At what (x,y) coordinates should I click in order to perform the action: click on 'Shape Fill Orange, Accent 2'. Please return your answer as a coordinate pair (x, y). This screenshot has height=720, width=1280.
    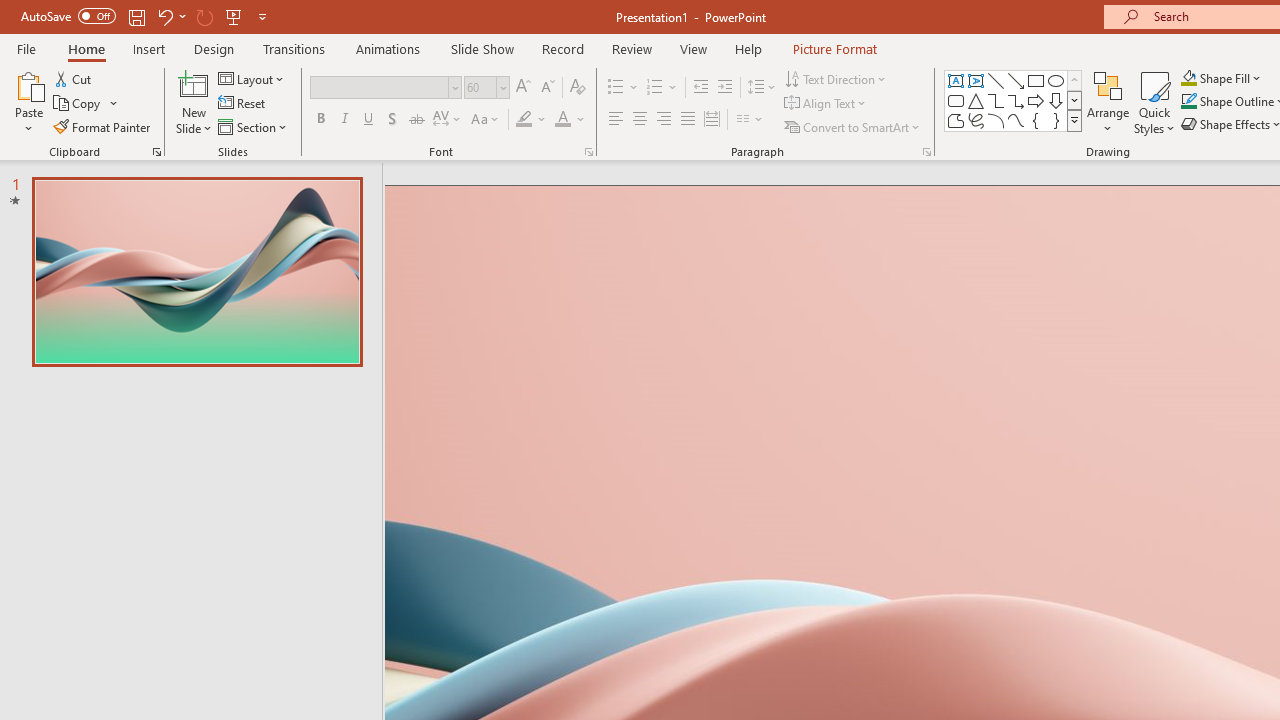
    Looking at the image, I should click on (1189, 77).